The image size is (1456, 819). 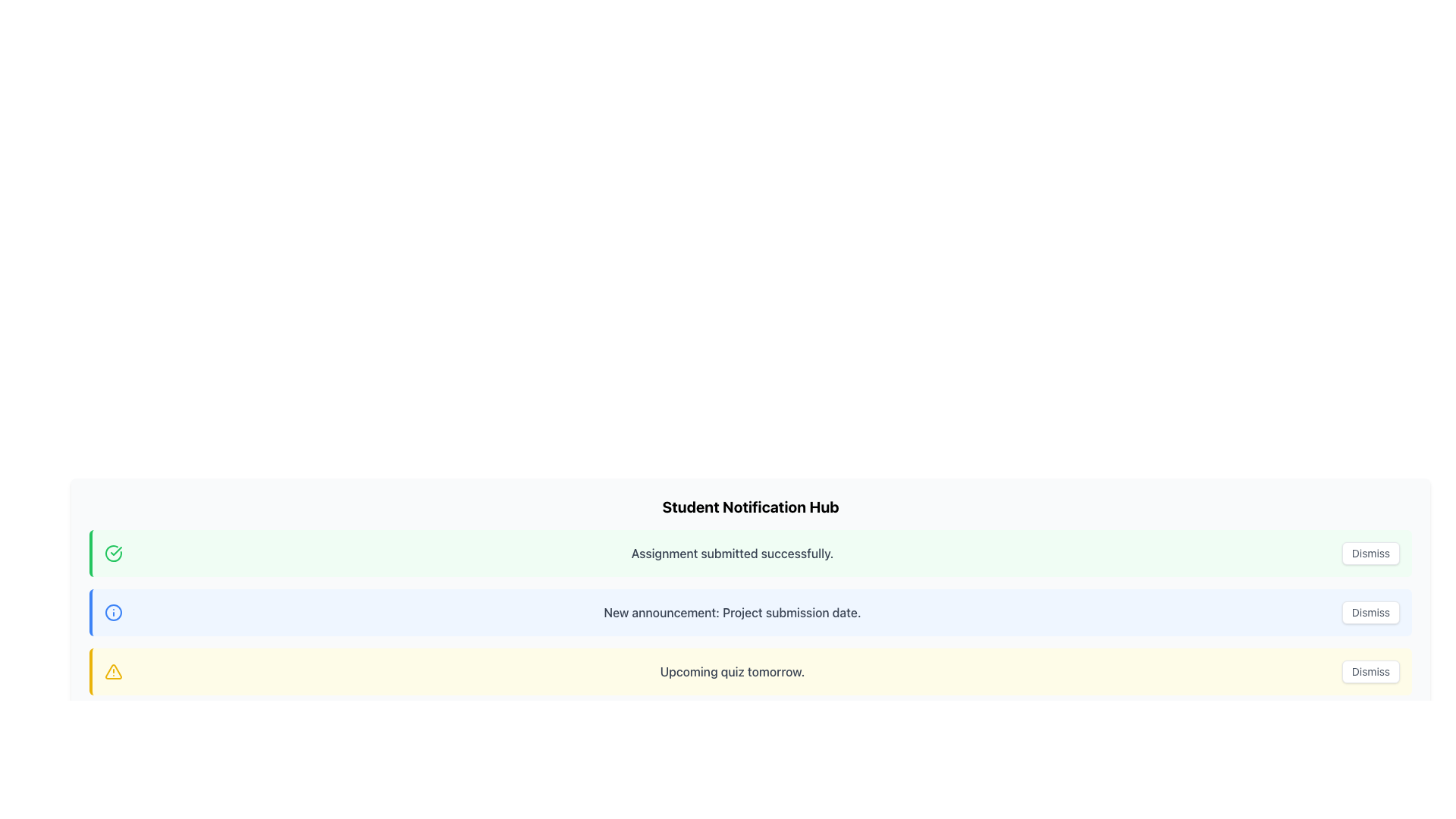 I want to click on the text label that reads 'Assignment submitted successfully.' within the green notification box, so click(x=732, y=553).